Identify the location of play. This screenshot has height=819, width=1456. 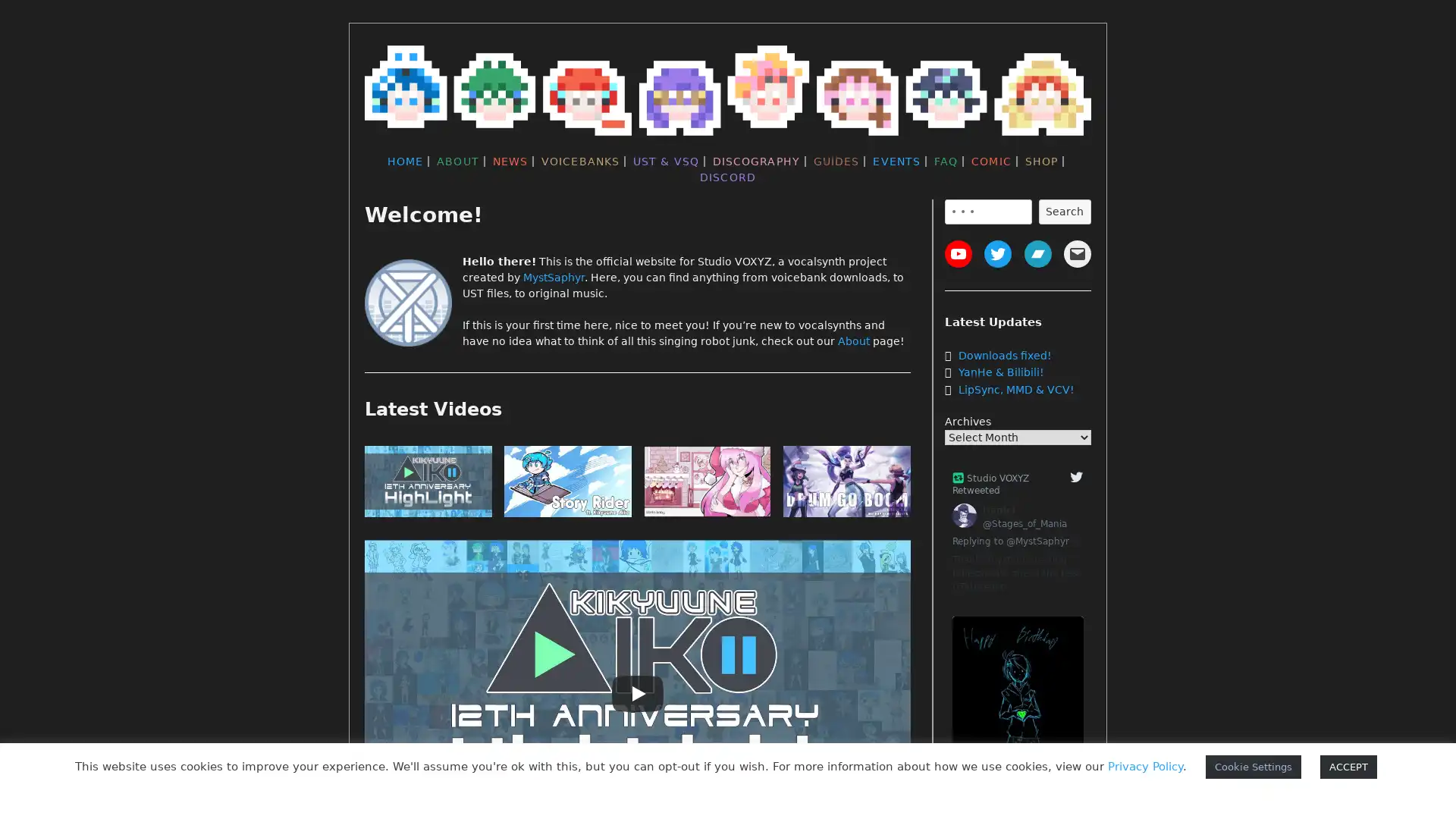
(846, 485).